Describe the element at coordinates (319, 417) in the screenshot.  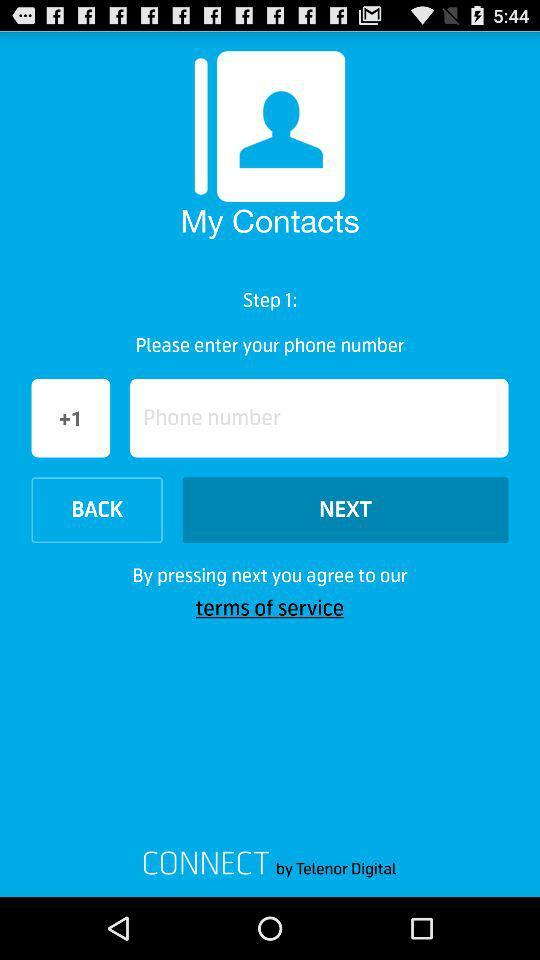
I see `button next to +1 button` at that location.